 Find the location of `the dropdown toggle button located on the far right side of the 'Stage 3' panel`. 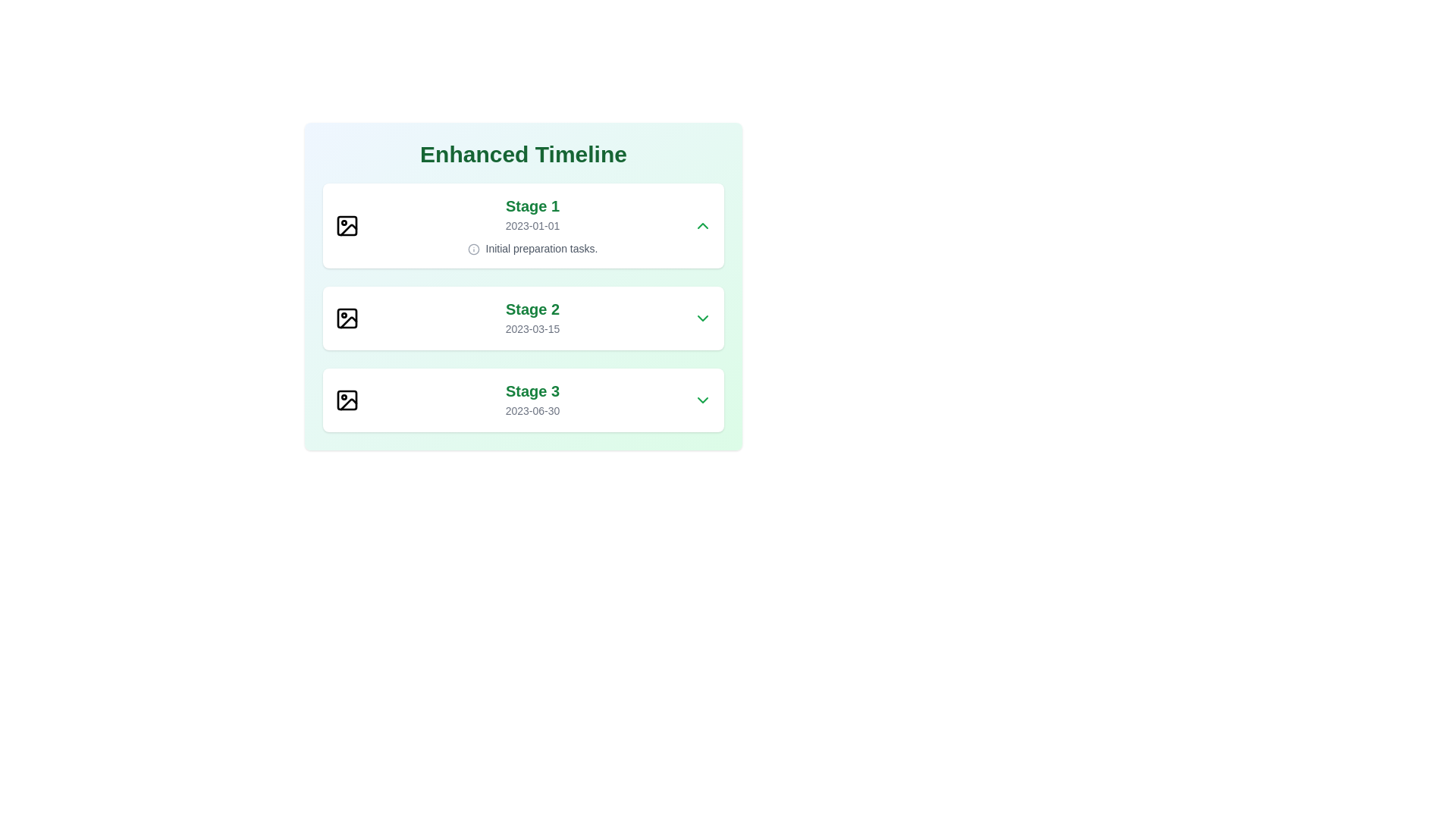

the dropdown toggle button located on the far right side of the 'Stage 3' panel is located at coordinates (701, 400).